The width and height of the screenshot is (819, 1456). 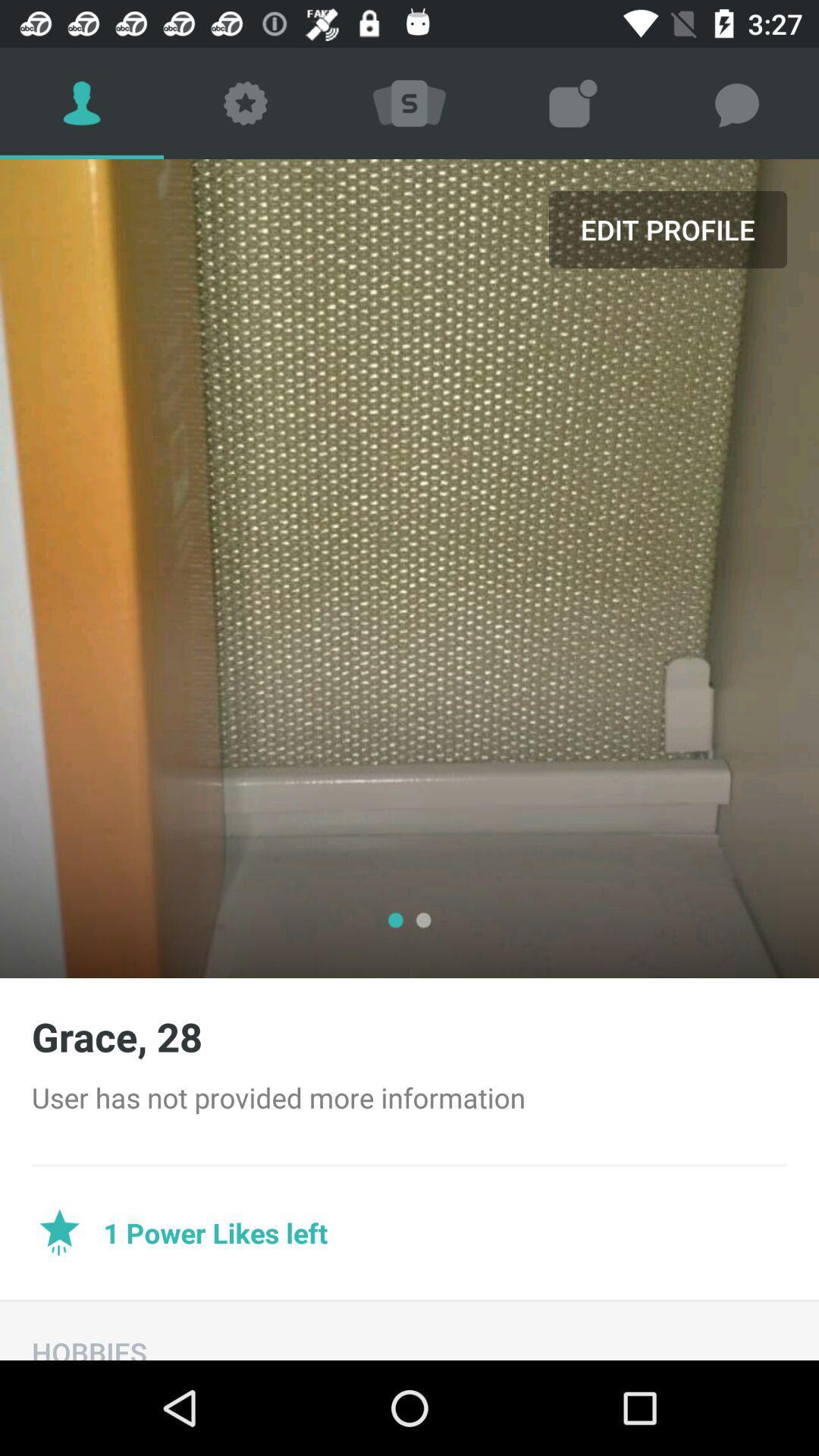 What do you see at coordinates (667, 228) in the screenshot?
I see `item above the grace, 28` at bounding box center [667, 228].